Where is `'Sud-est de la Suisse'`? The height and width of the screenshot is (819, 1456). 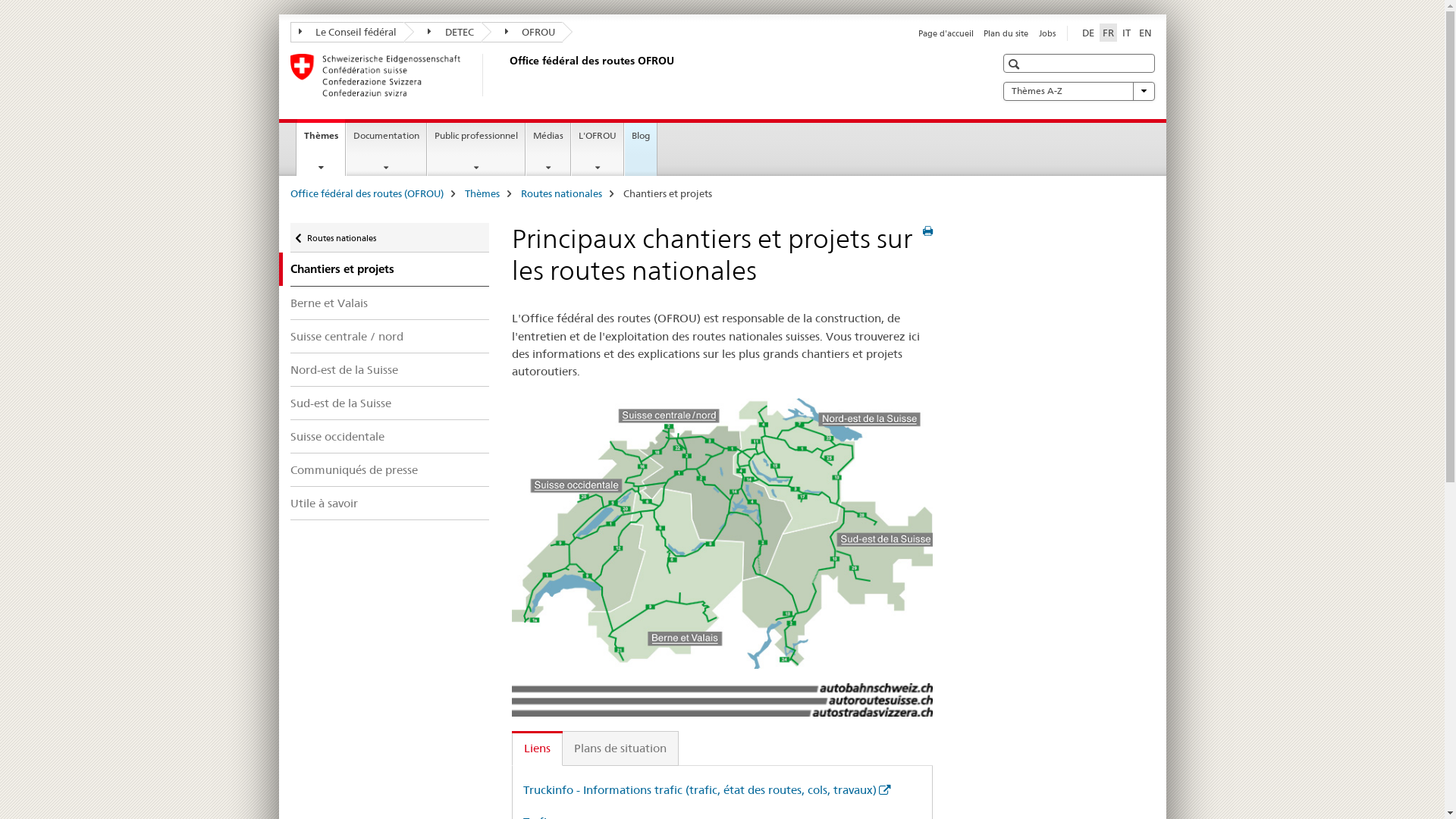
'Sud-est de la Suisse' is located at coordinates (389, 402).